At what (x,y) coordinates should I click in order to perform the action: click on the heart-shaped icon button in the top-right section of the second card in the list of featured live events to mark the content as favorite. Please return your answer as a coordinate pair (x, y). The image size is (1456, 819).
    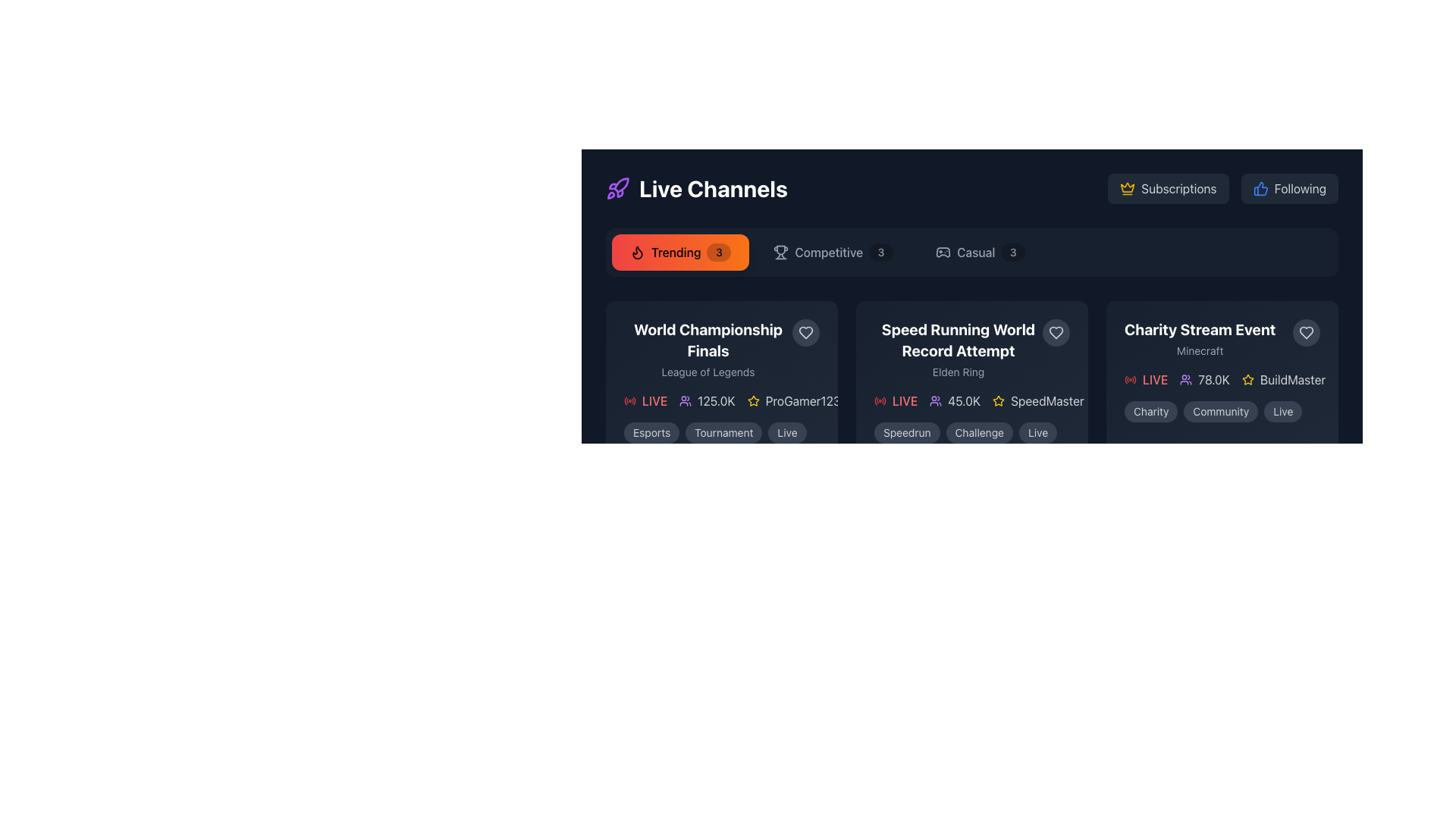
    Looking at the image, I should click on (1306, 332).